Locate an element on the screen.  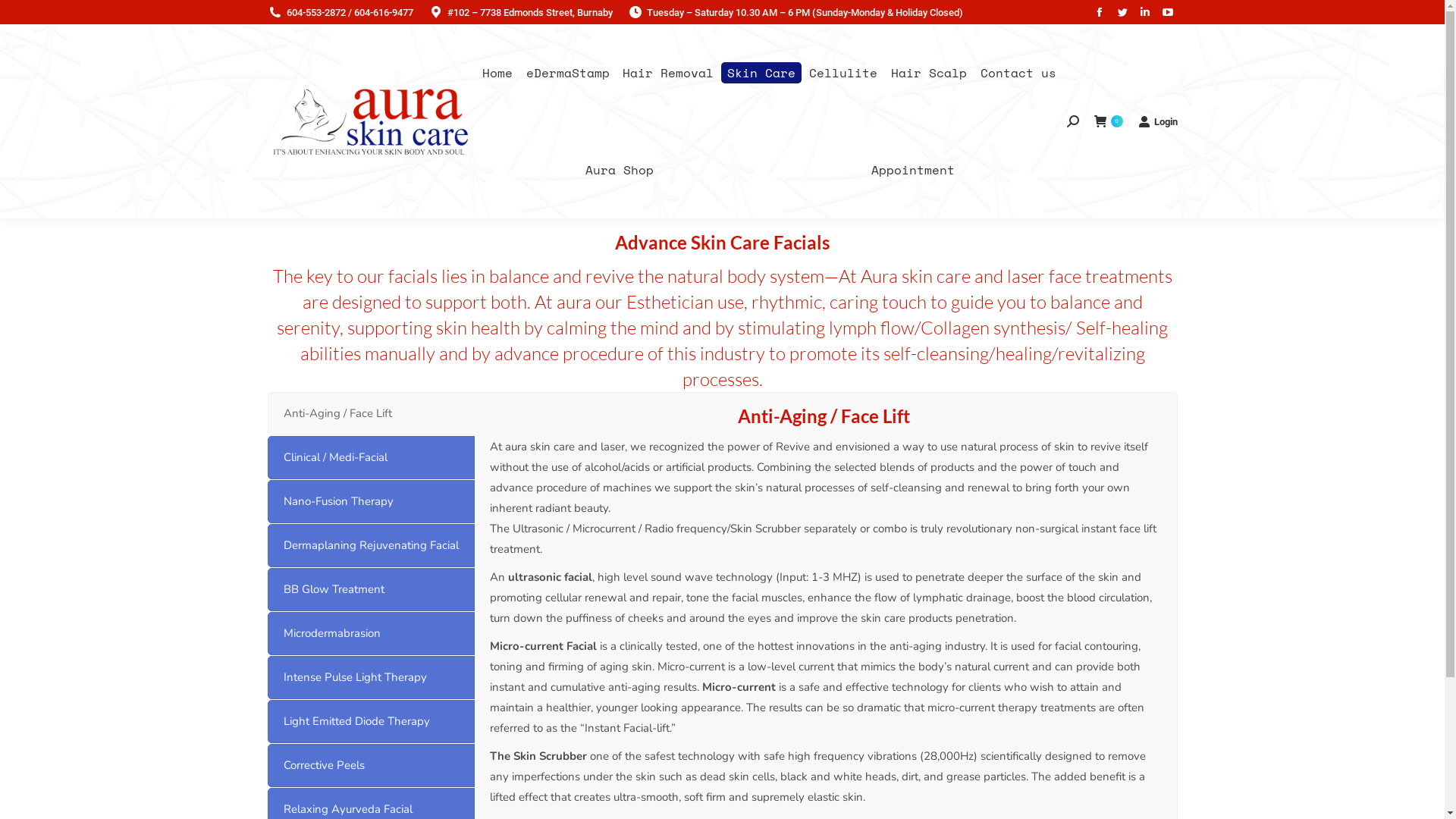
'Anti-Aging / Face Lift' is located at coordinates (370, 413).